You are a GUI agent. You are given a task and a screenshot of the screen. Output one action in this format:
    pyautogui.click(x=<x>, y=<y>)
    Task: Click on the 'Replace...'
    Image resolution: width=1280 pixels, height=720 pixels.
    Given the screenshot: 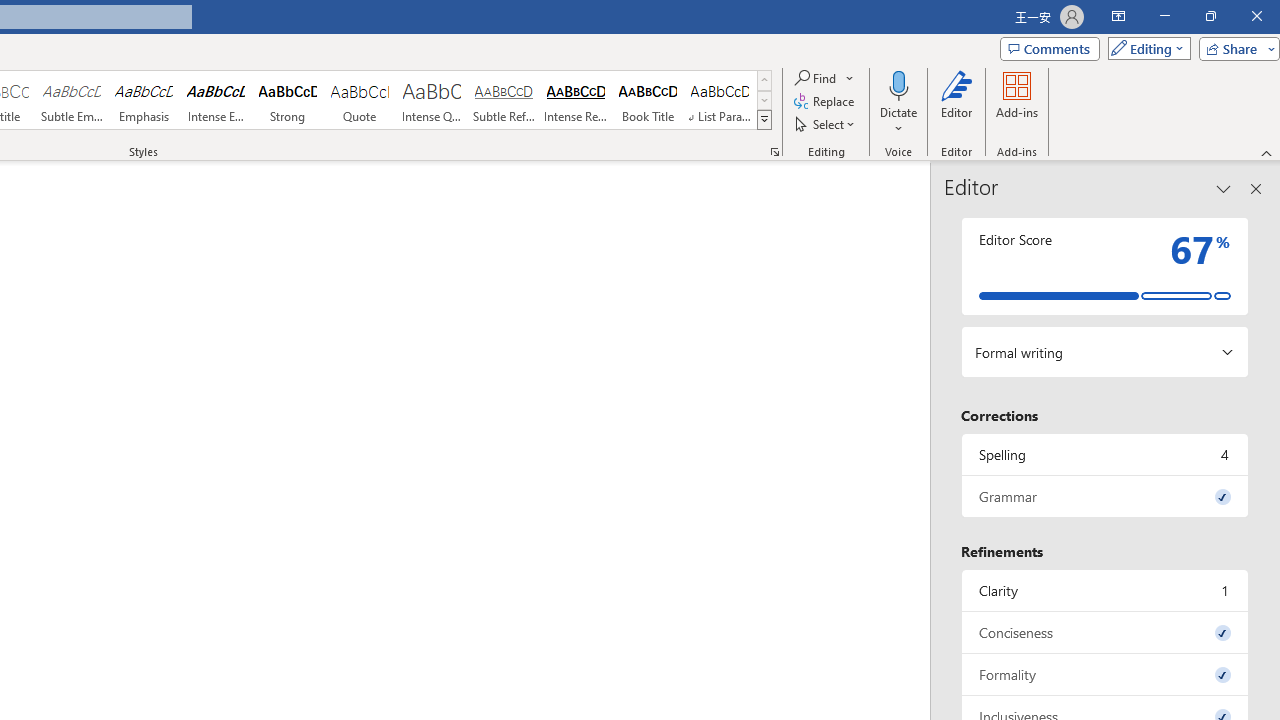 What is the action you would take?
    pyautogui.click(x=826, y=101)
    